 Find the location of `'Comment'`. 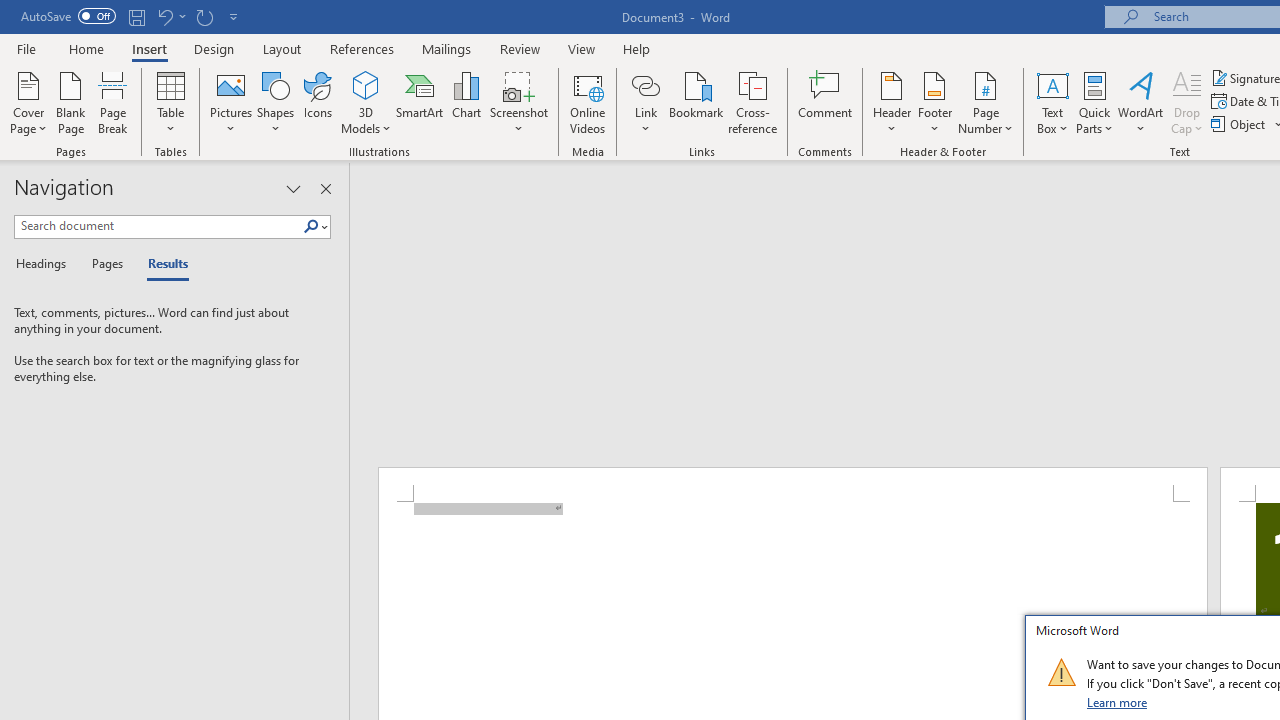

'Comment' is located at coordinates (825, 103).